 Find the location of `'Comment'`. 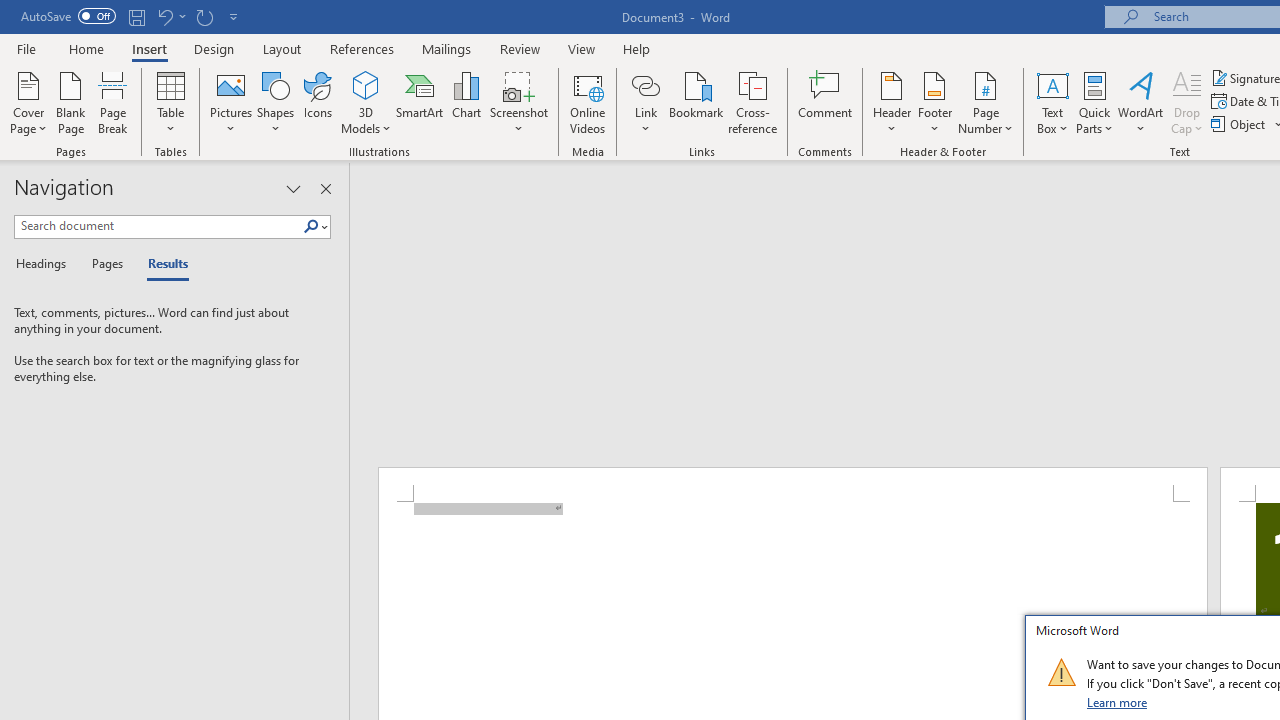

'Comment' is located at coordinates (825, 103).